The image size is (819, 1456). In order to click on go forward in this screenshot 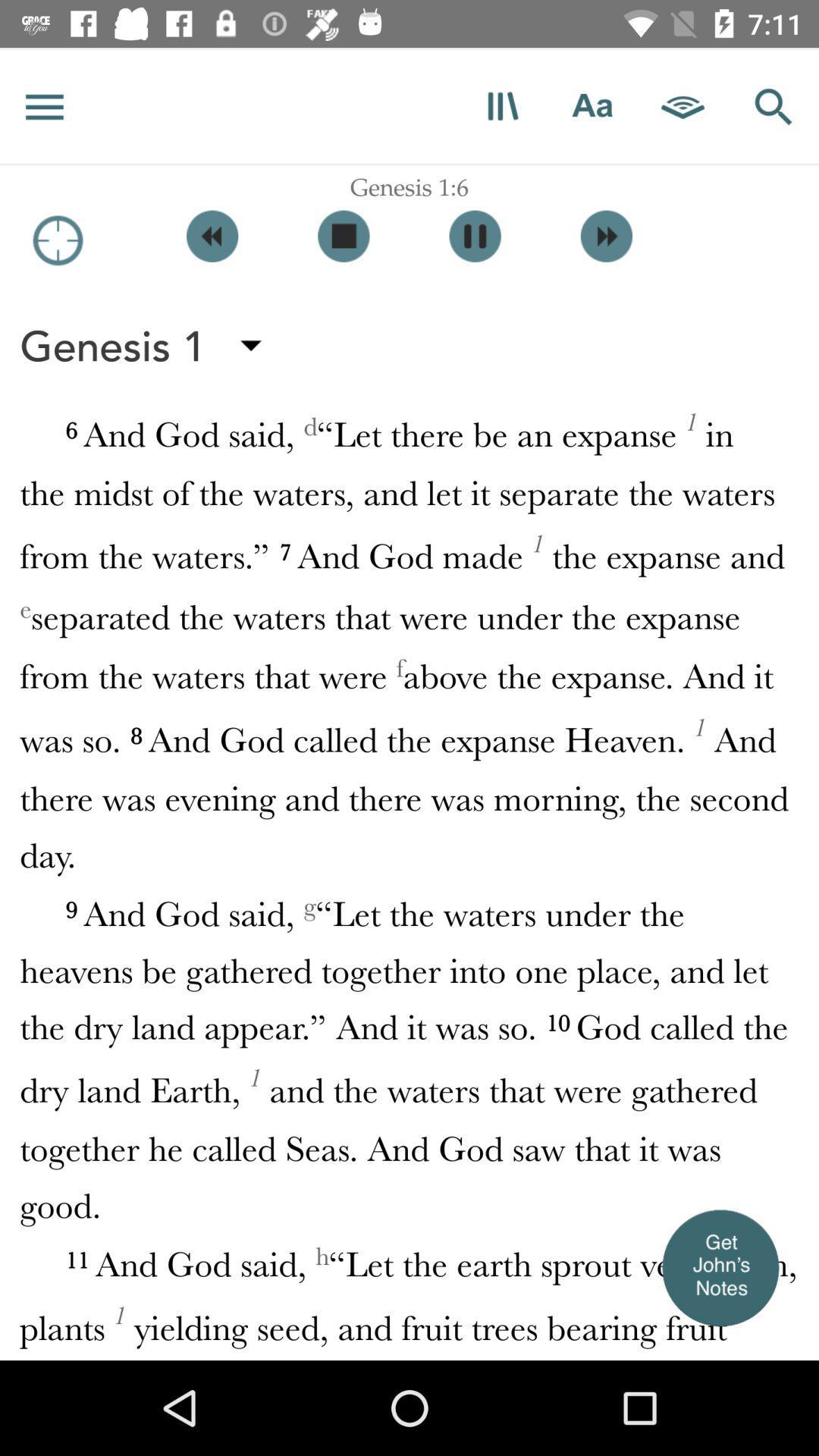, I will do `click(605, 235)`.